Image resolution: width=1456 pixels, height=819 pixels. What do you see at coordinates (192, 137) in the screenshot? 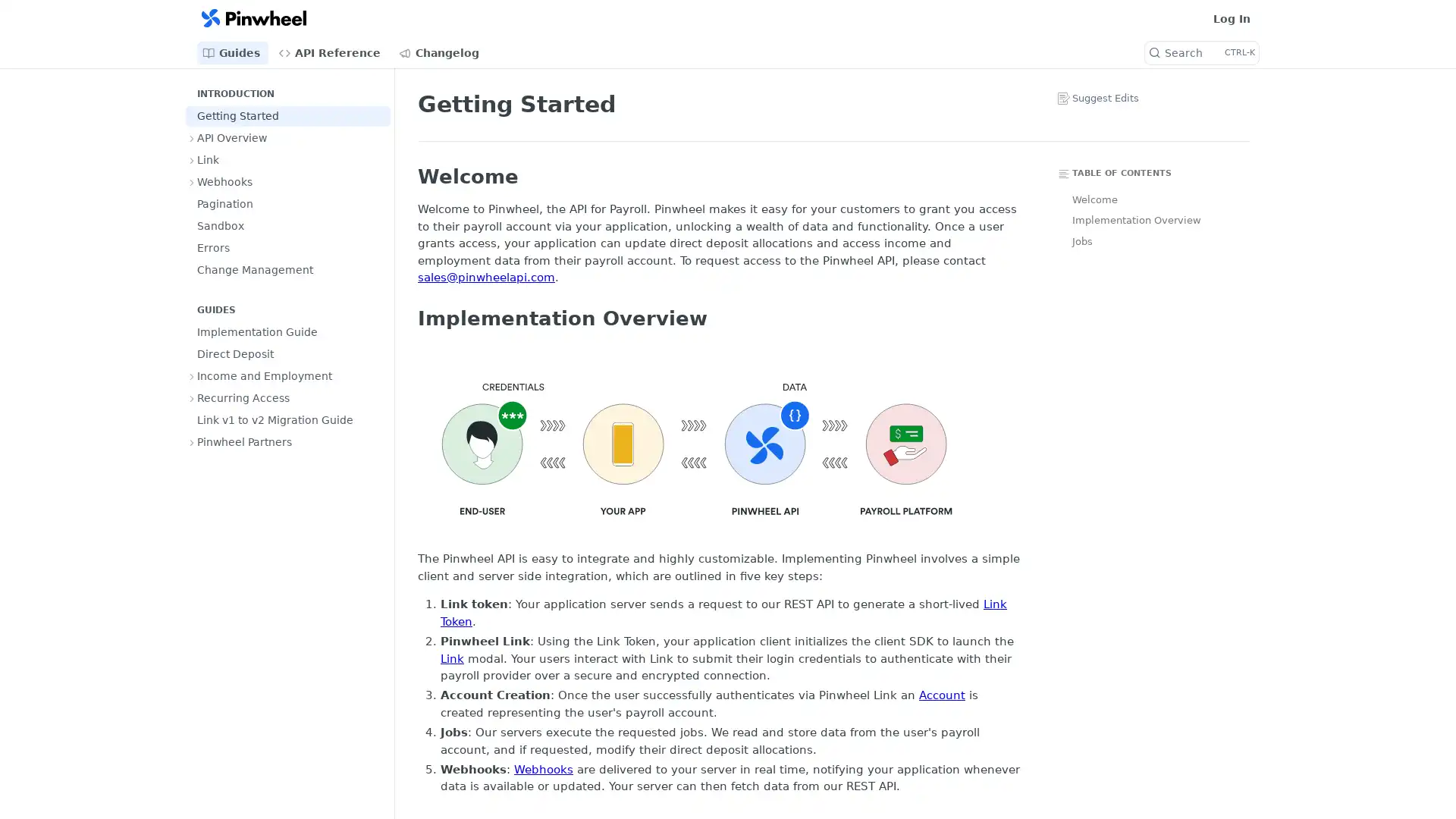
I see `Show subpages for API Overview` at bounding box center [192, 137].